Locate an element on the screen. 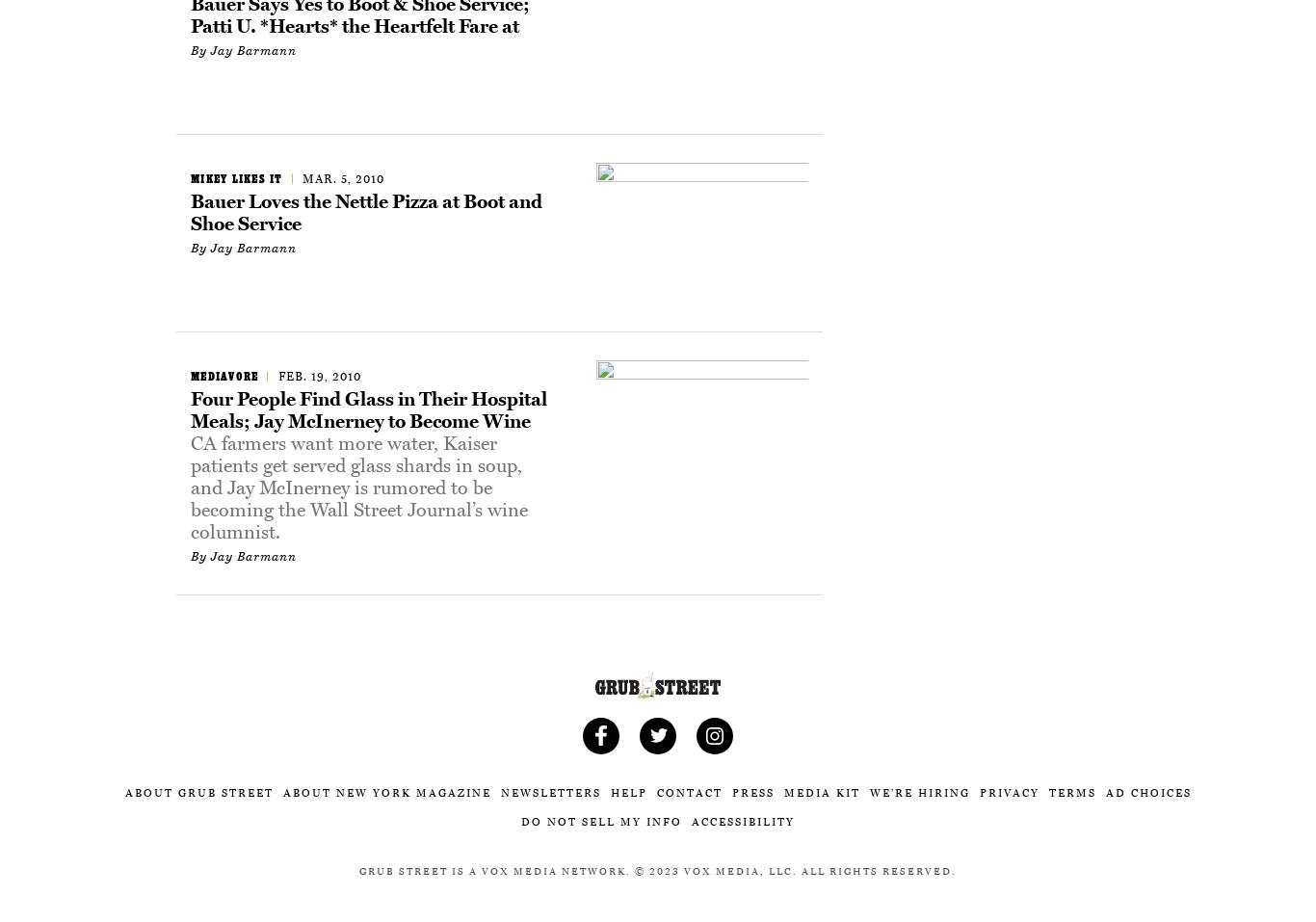 The image size is (1316, 922). 'Media Kit' is located at coordinates (782, 792).